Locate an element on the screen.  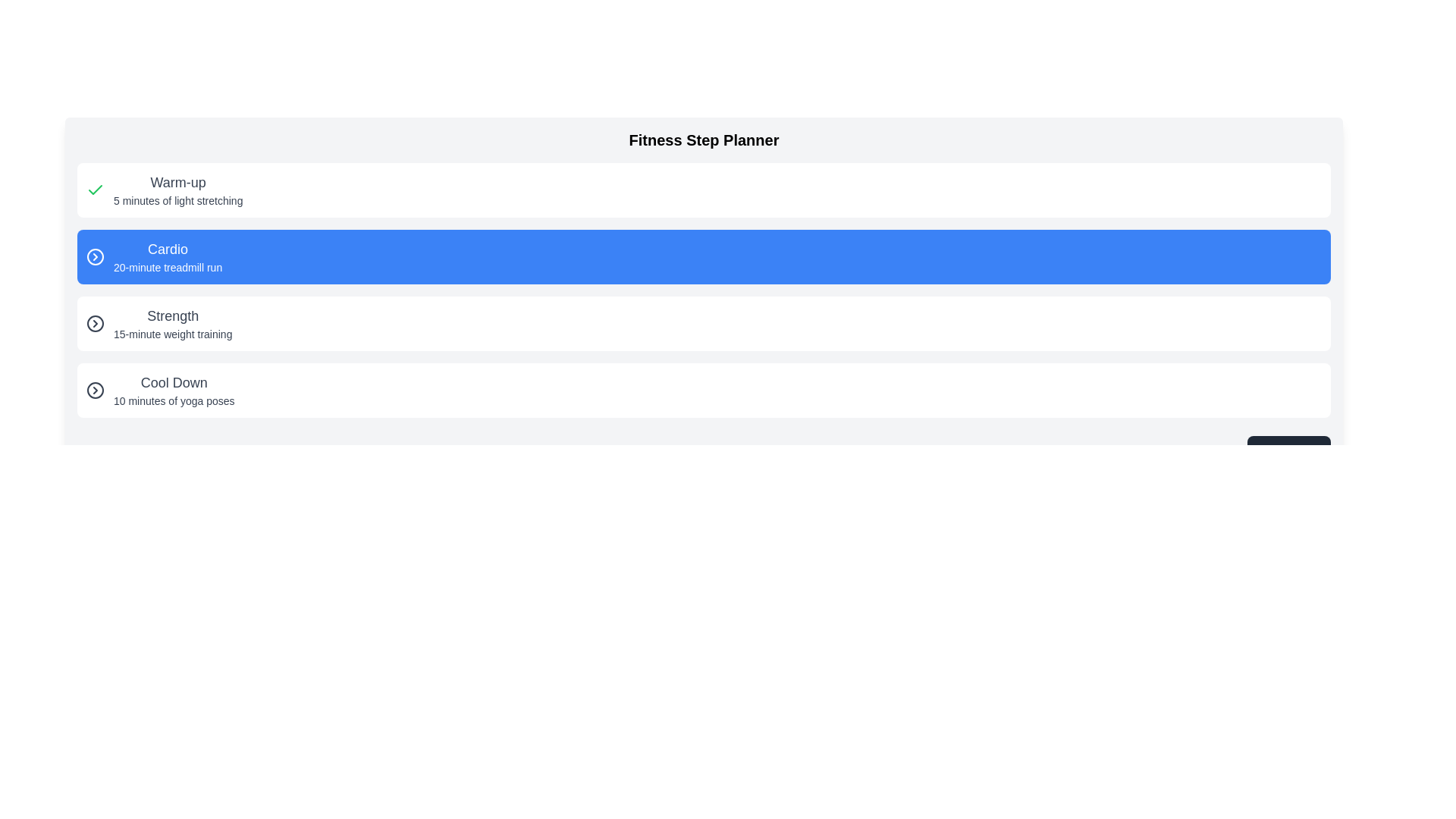
the text in the heading element located above the line reading '10 minutes of yoga poses' in the bottom section of the list interface is located at coordinates (174, 382).